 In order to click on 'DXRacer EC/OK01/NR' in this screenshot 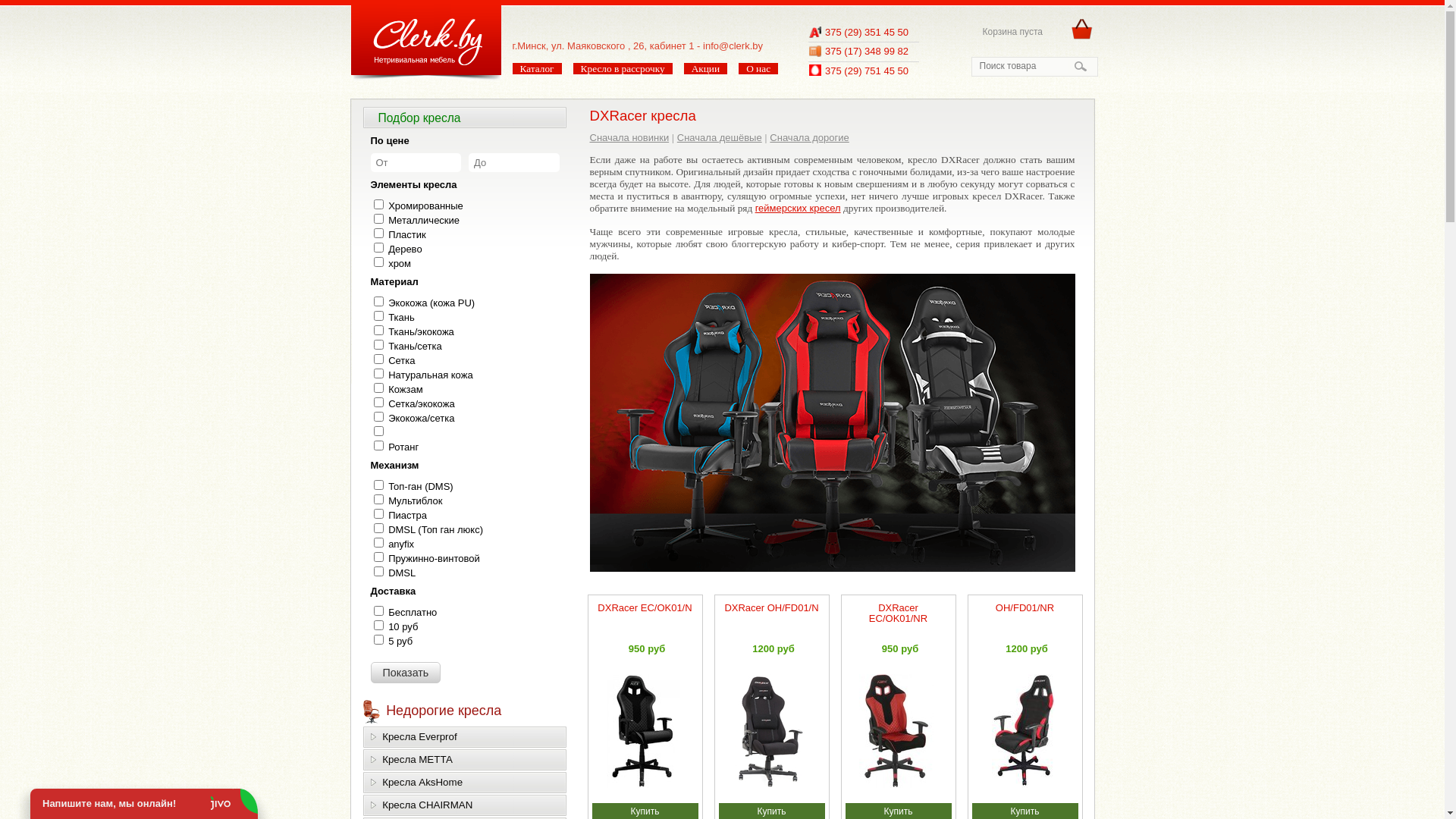, I will do `click(898, 612)`.